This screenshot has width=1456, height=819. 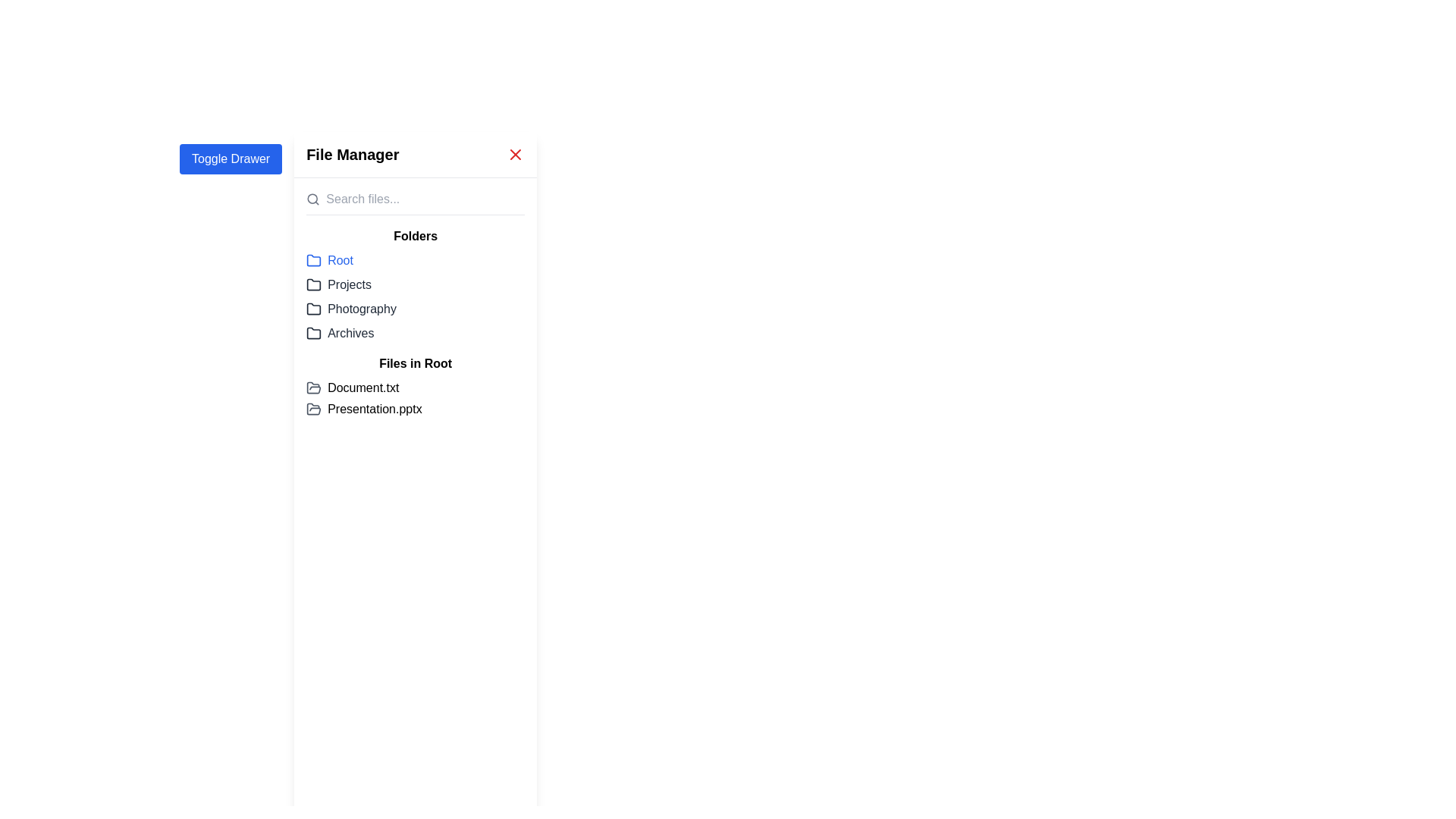 What do you see at coordinates (416, 397) in the screenshot?
I see `the clickable list entry for the file labeled 'Document.txt' in the 'Files in Root' section of the file manager` at bounding box center [416, 397].